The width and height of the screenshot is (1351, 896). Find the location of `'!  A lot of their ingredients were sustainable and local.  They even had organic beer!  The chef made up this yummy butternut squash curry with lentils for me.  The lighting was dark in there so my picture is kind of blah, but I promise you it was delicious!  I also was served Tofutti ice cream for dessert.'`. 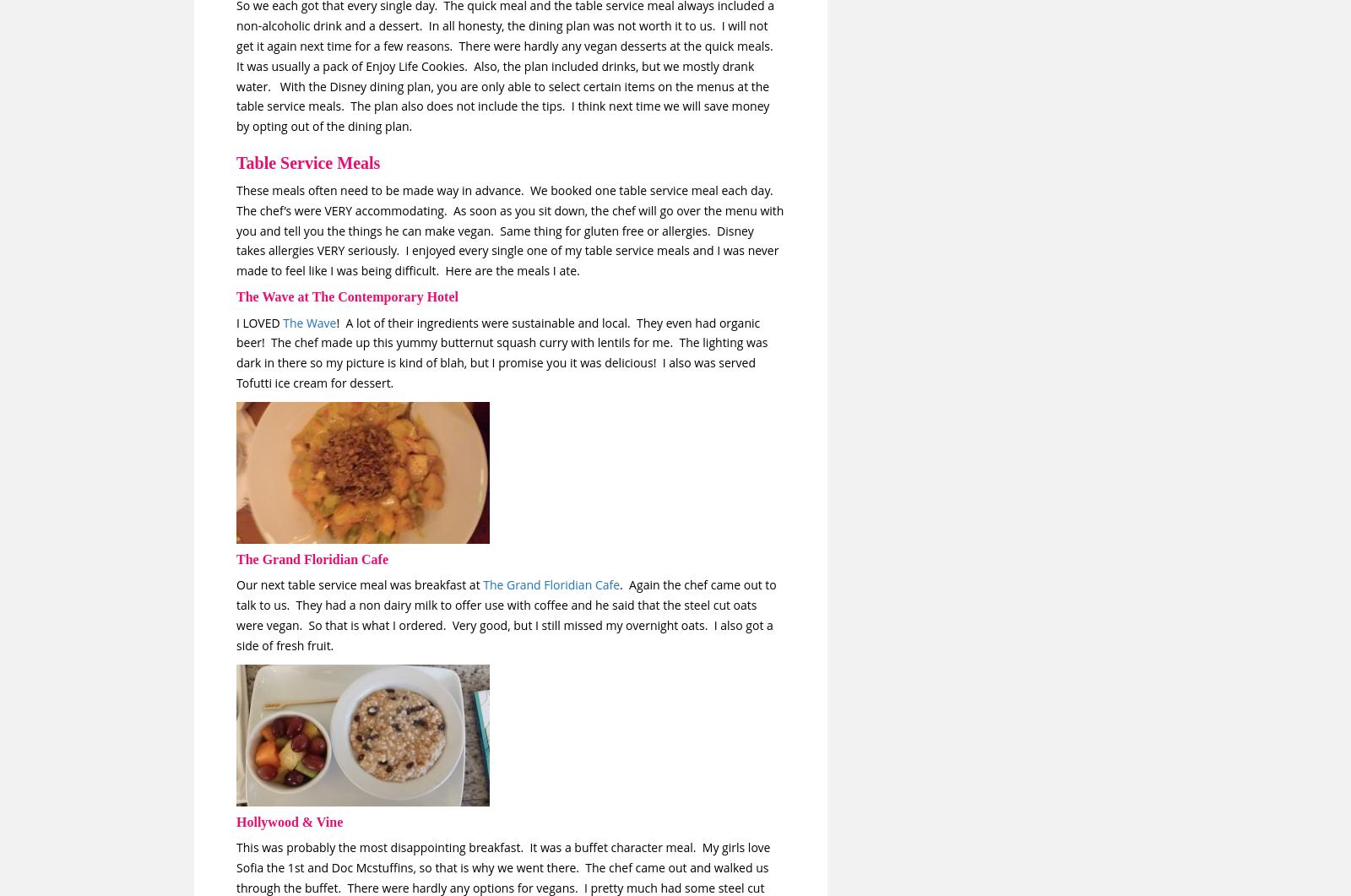

'!  A lot of their ingredients were sustainable and local.  They even had organic beer!  The chef made up this yummy butternut squash curry with lentils for me.  The lighting was dark in there so my picture is kind of blah, but I promise you it was delicious!  I also was served Tofutti ice cream for dessert.' is located at coordinates (501, 352).